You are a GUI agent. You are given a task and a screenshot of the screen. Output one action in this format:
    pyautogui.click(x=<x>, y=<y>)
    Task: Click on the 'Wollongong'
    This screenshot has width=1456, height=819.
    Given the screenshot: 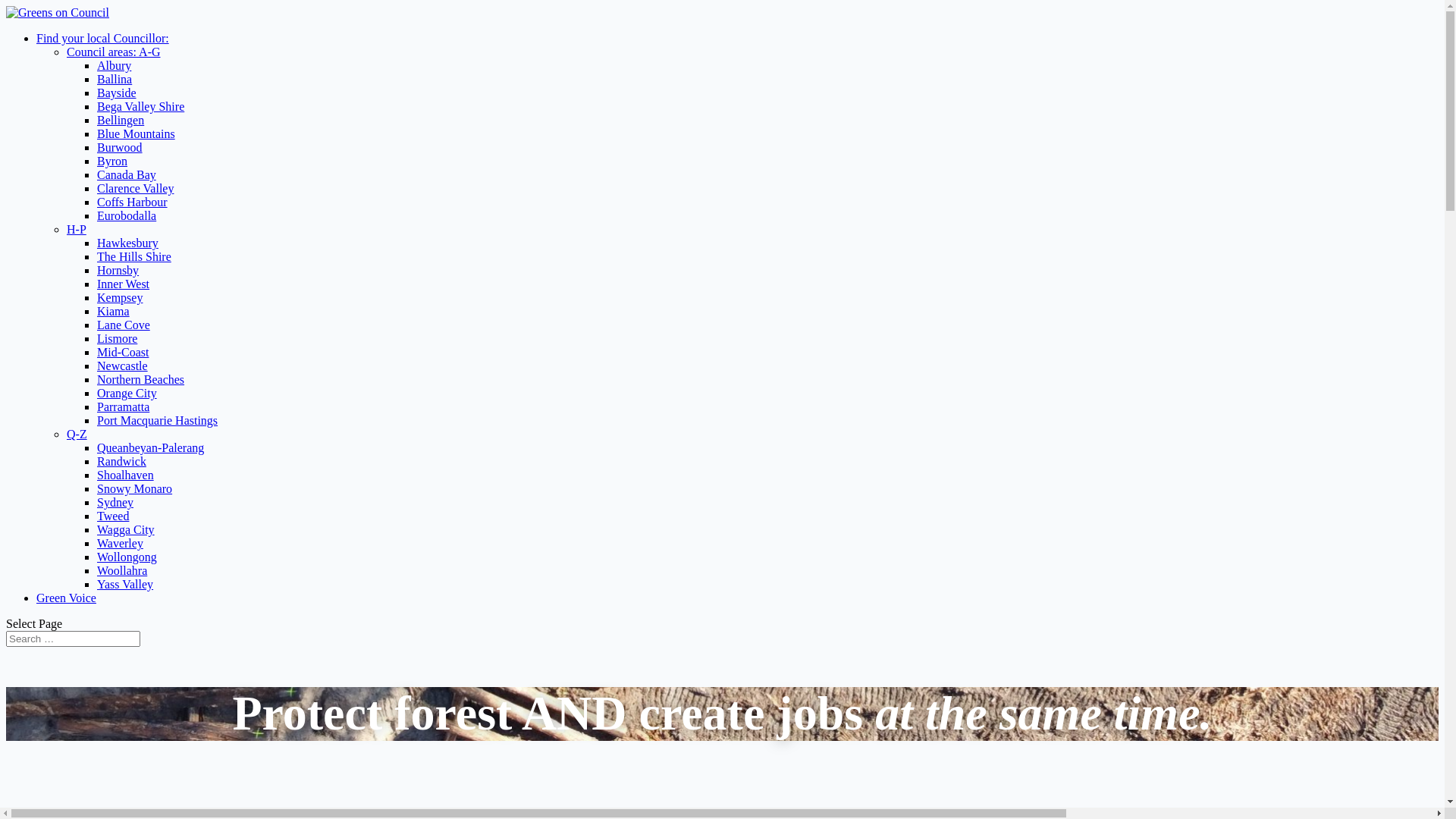 What is the action you would take?
    pyautogui.click(x=127, y=557)
    